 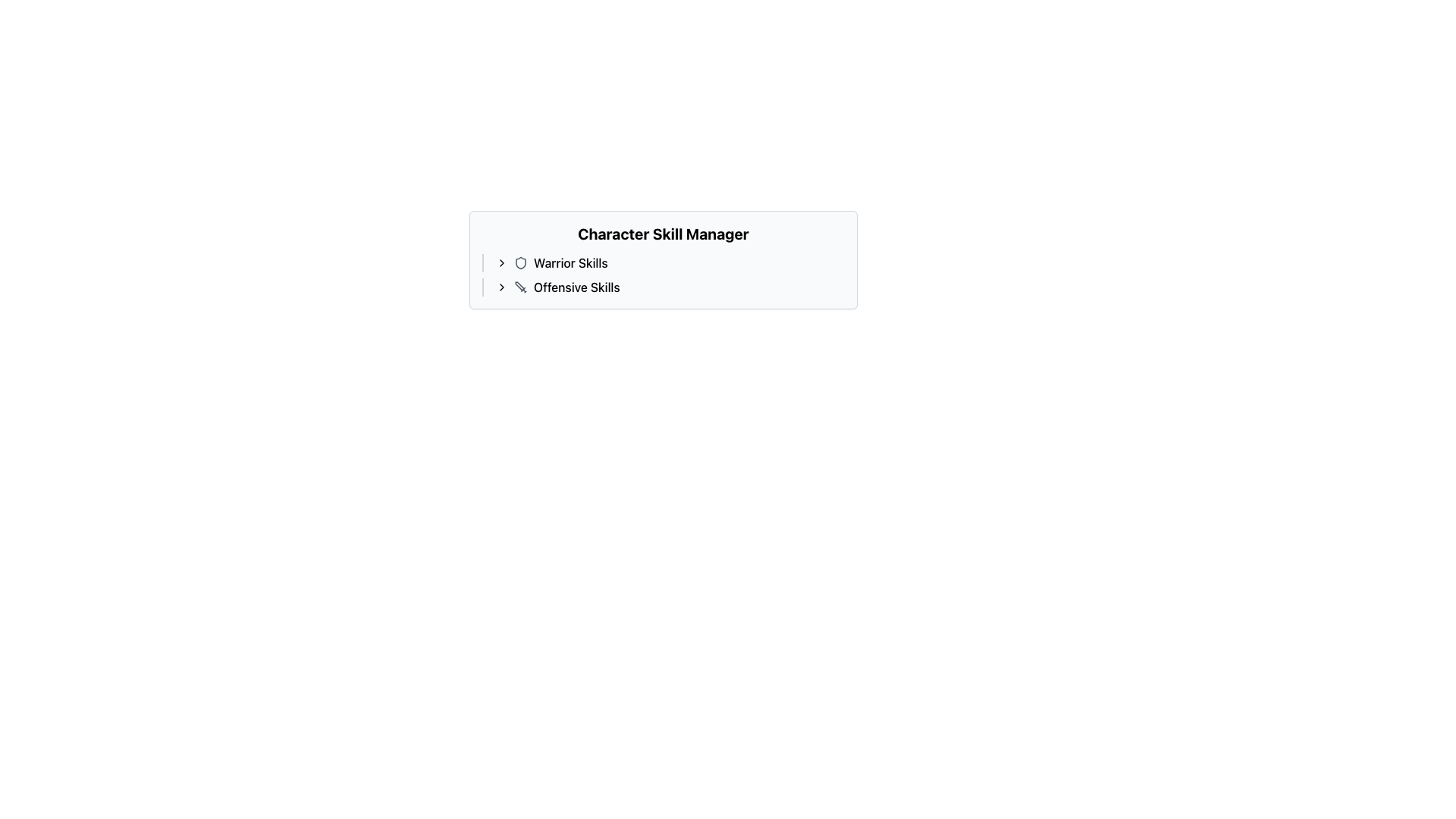 I want to click on the 'Offensive Skills' text label, which is displayed in bold black font and is part of the 'Character Skill Manager' section, so click(x=576, y=287).